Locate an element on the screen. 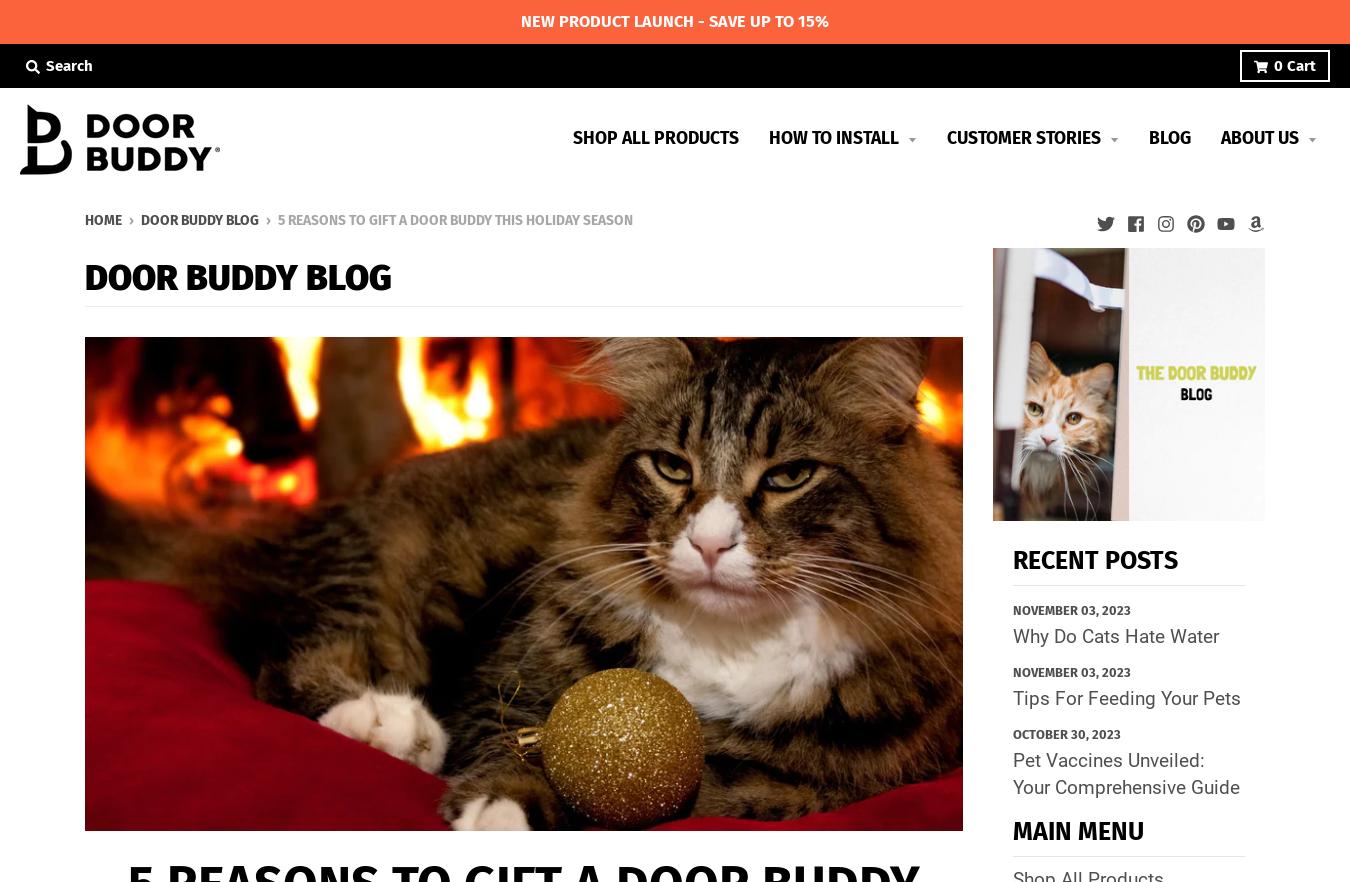 The height and width of the screenshot is (882, 1350). 'Search' is located at coordinates (68, 65).